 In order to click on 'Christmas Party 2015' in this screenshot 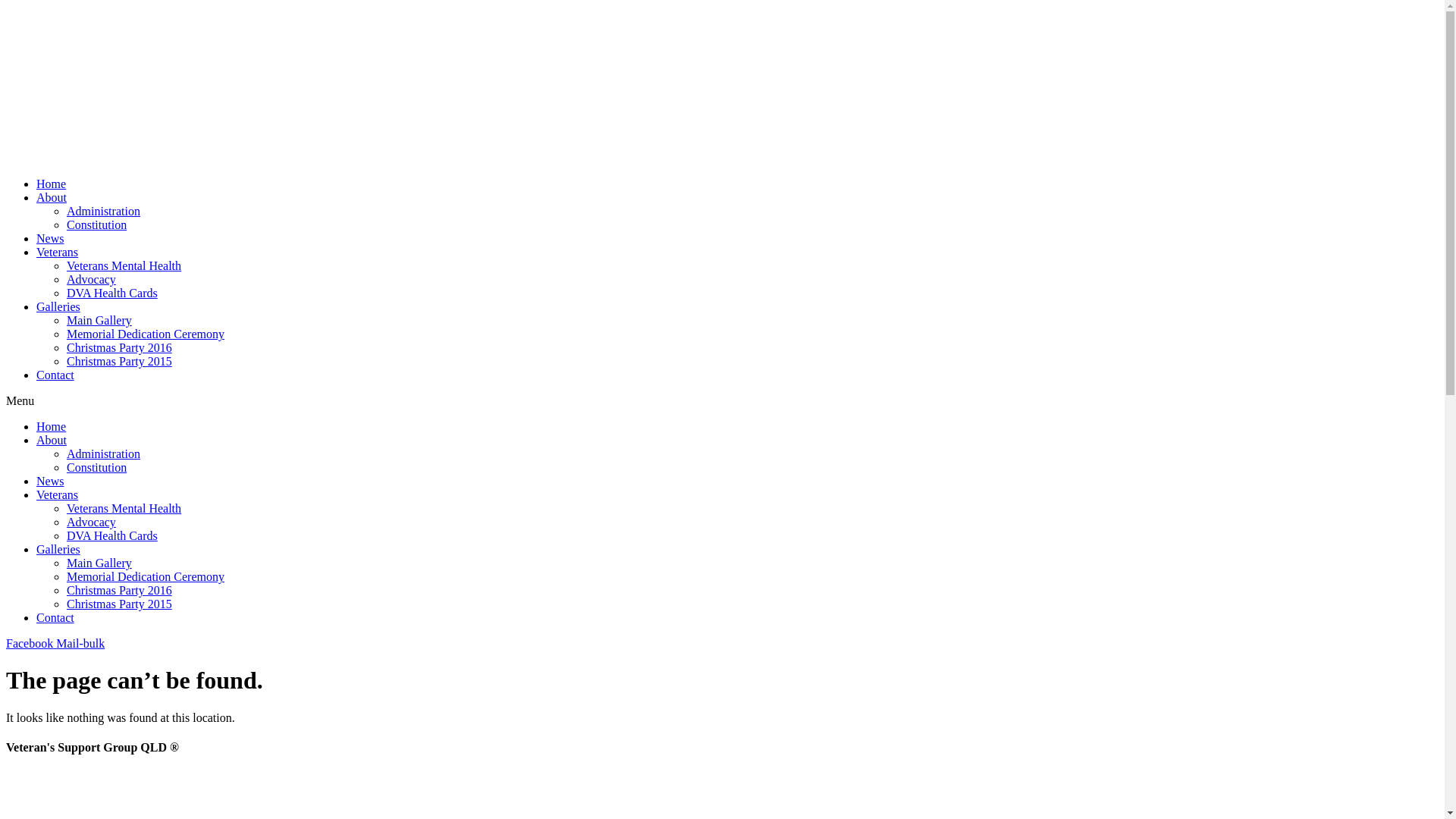, I will do `click(118, 361)`.